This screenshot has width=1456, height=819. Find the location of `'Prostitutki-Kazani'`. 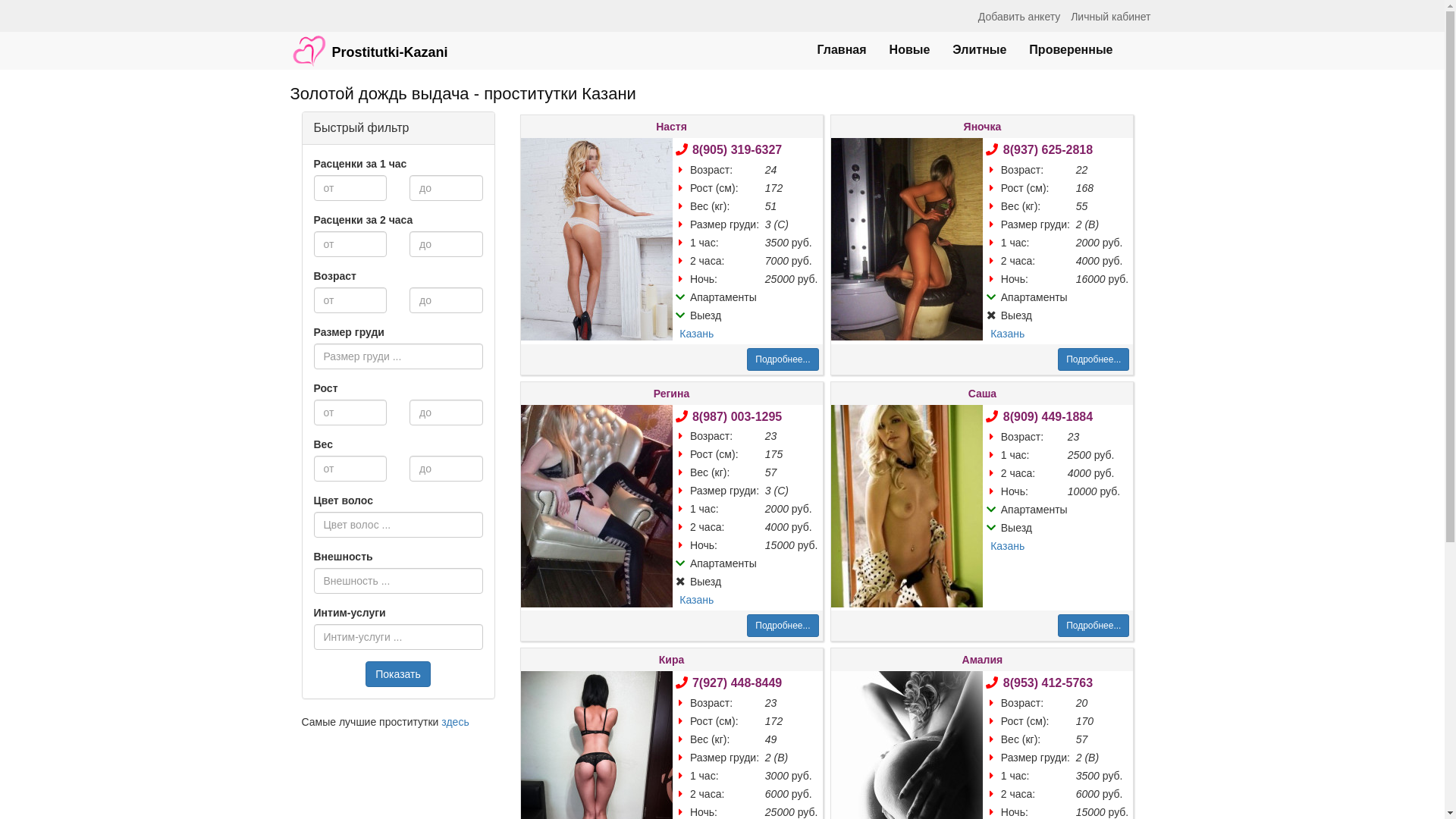

'Prostitutki-Kazani' is located at coordinates (369, 42).